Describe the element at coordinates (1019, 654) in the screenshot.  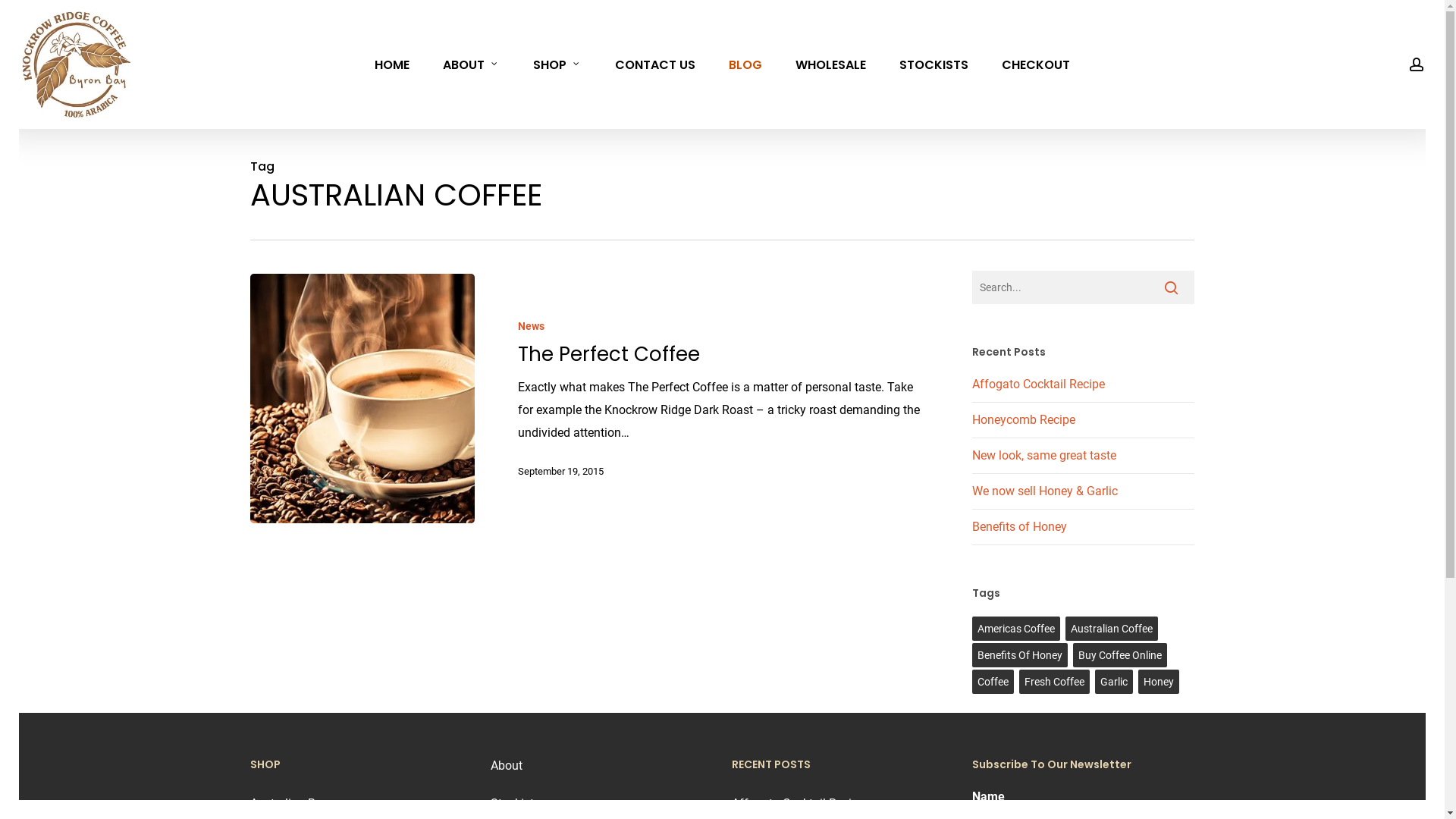
I see `'Benefits Of Honey'` at that location.